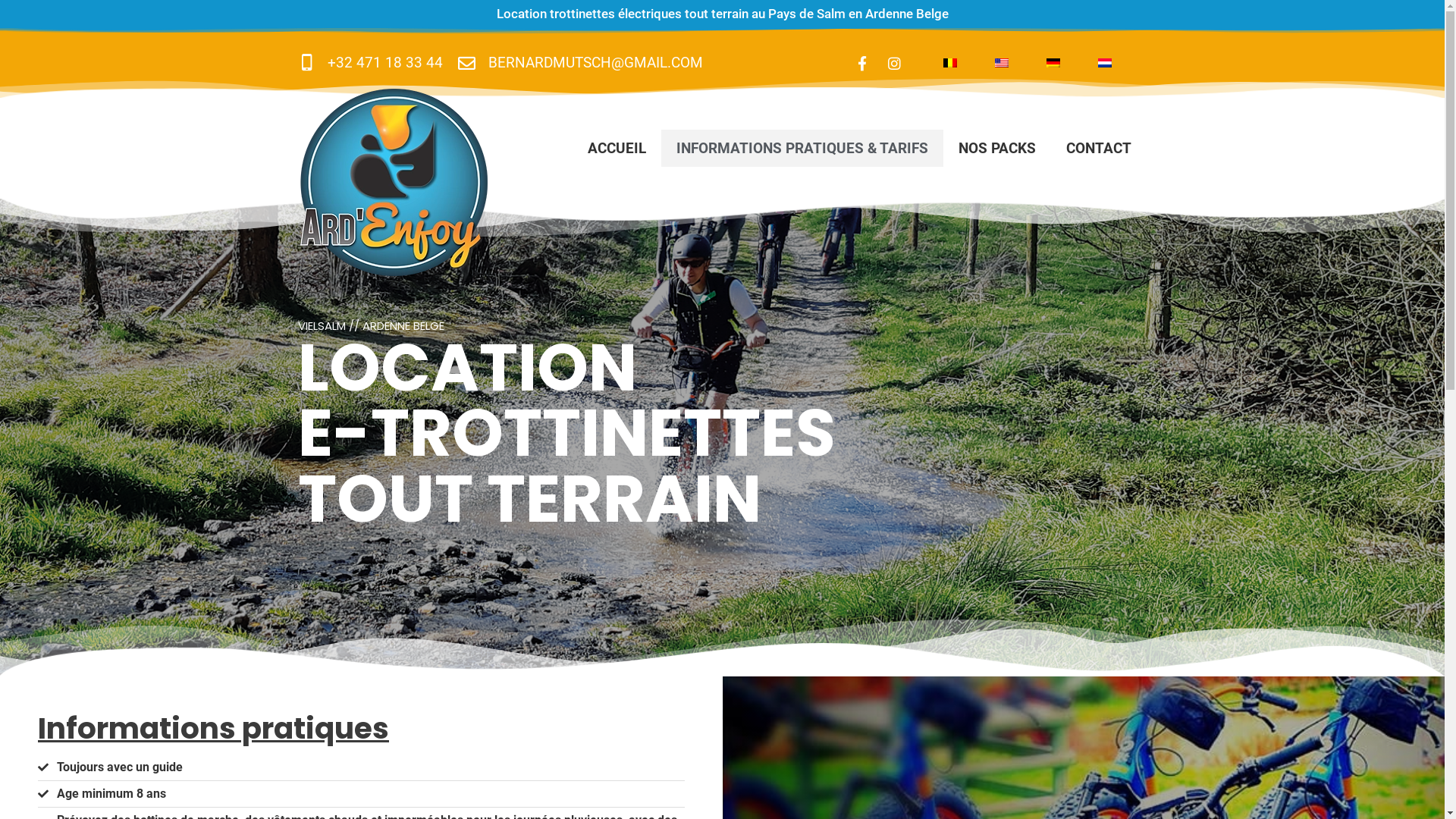 The height and width of the screenshot is (819, 1456). What do you see at coordinates (997, 148) in the screenshot?
I see `'NOS PACKS'` at bounding box center [997, 148].